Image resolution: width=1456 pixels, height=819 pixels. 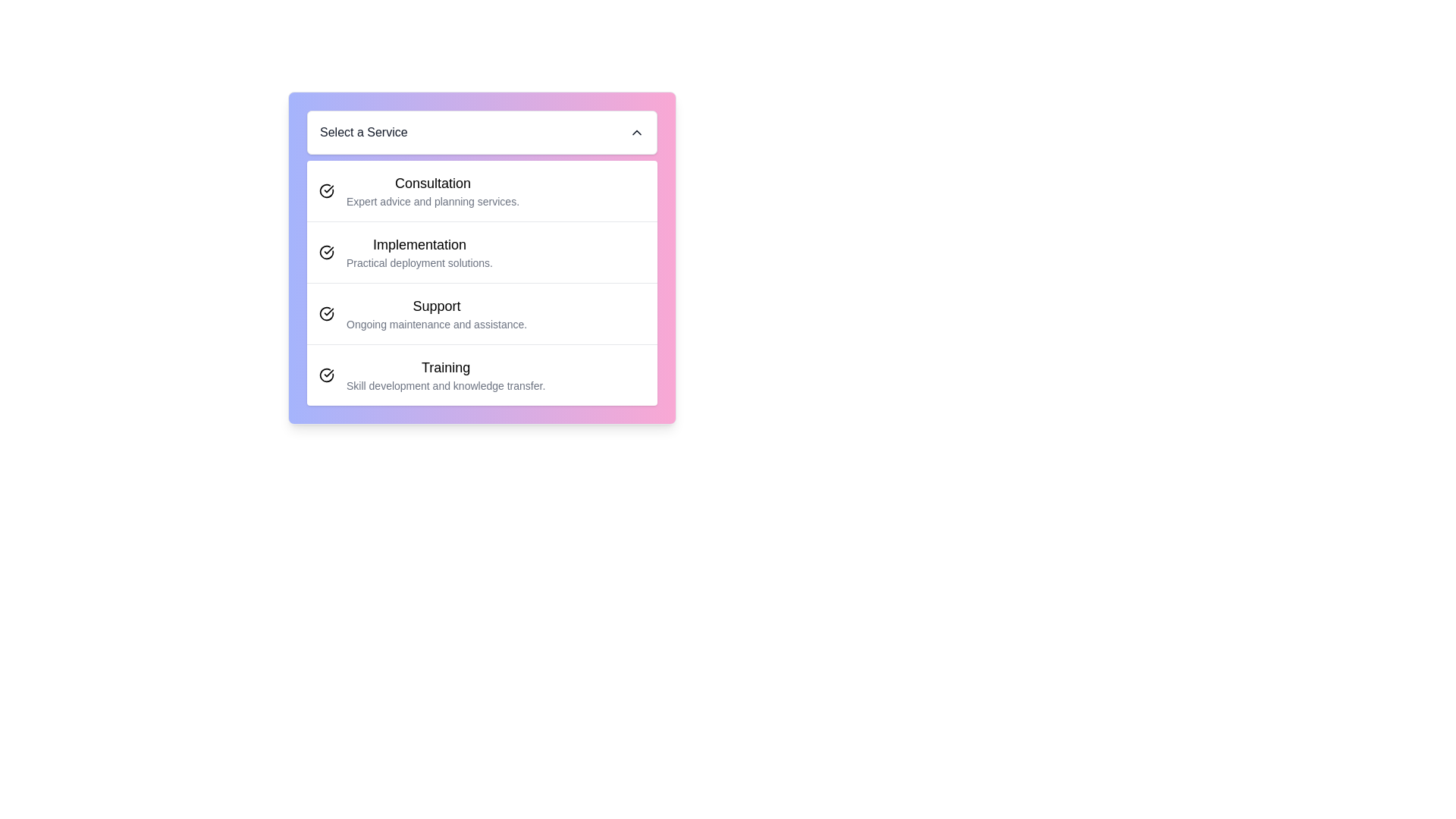 I want to click on the Text label that serves as a title or header for a service item in a list, positioned at the top of a grouped section, so click(x=432, y=183).